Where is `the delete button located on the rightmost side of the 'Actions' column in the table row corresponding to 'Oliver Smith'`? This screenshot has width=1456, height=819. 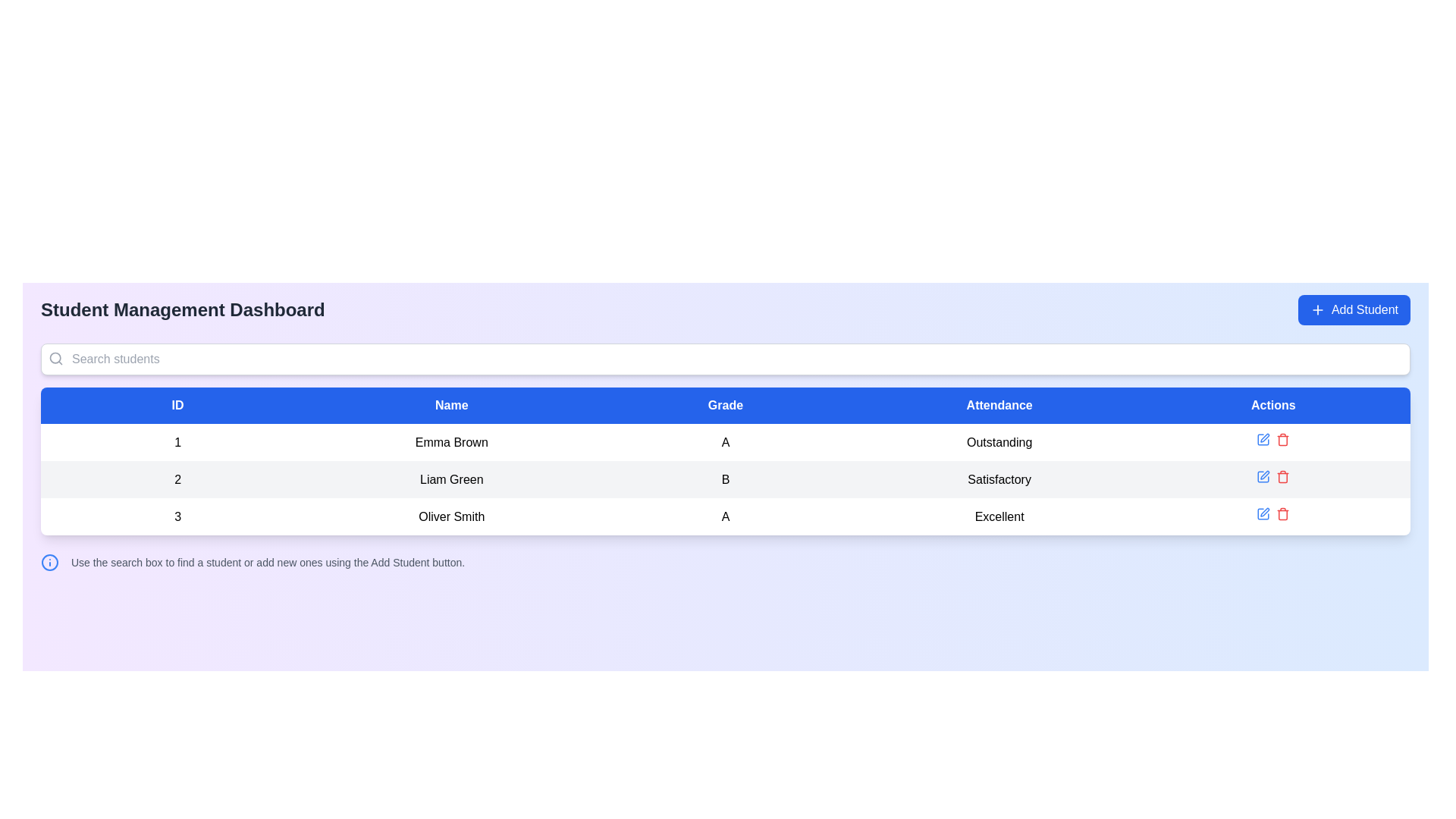
the delete button located on the rightmost side of the 'Actions' column in the table row corresponding to 'Oliver Smith' is located at coordinates (1282, 513).